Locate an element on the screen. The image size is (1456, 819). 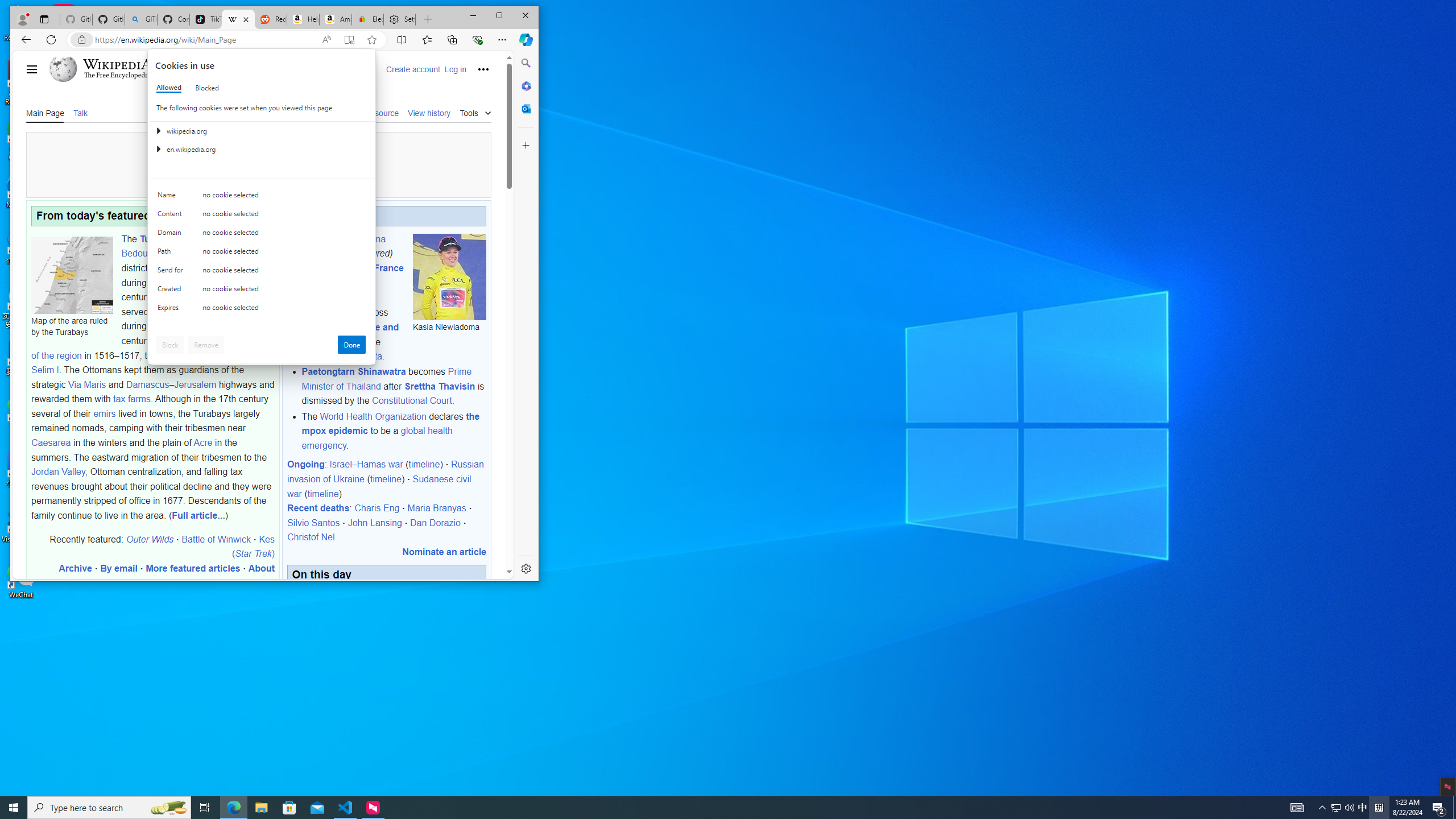
'Visual Studio Code - 1 running window' is located at coordinates (345, 806).